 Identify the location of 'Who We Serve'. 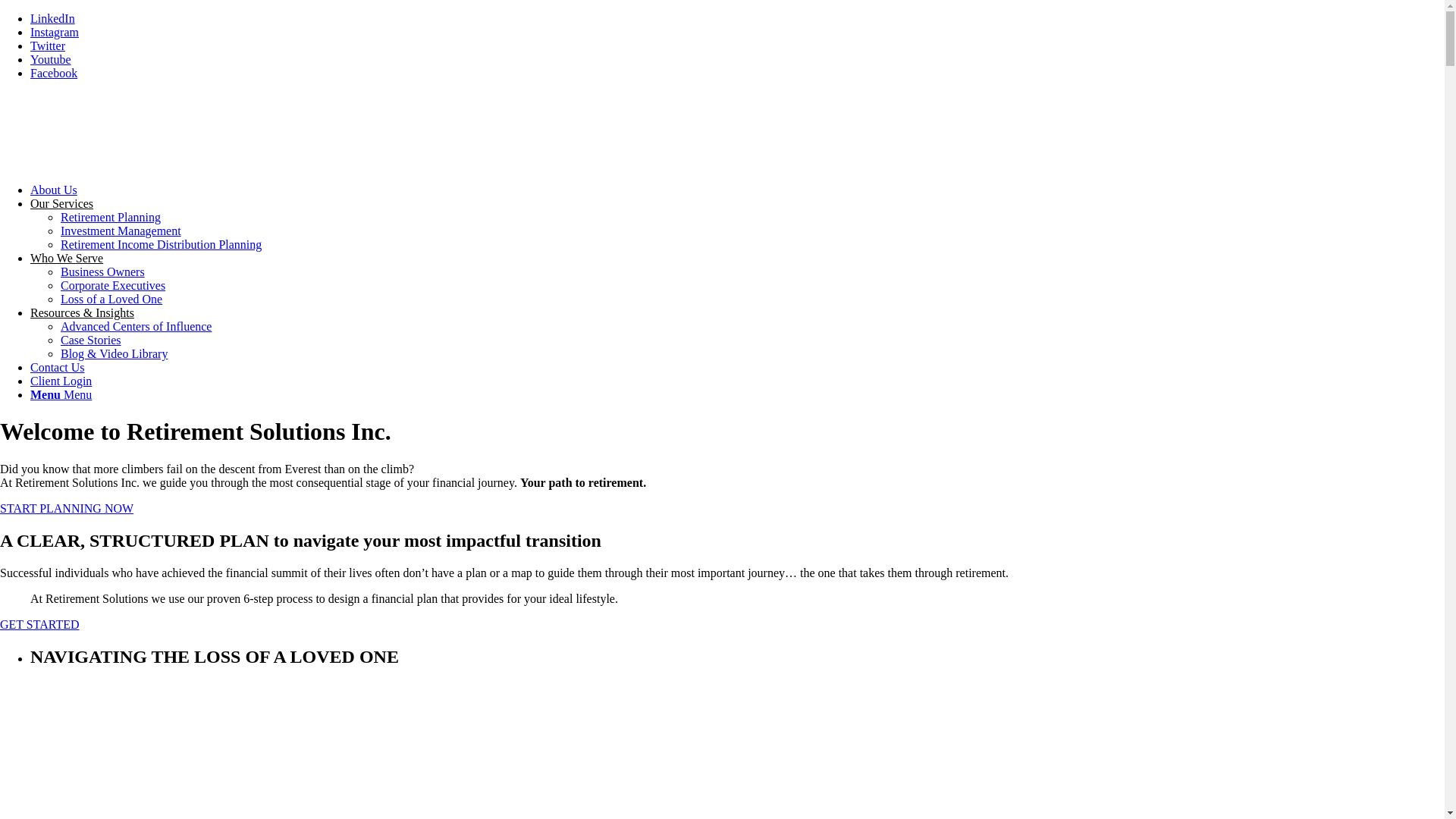
(65, 257).